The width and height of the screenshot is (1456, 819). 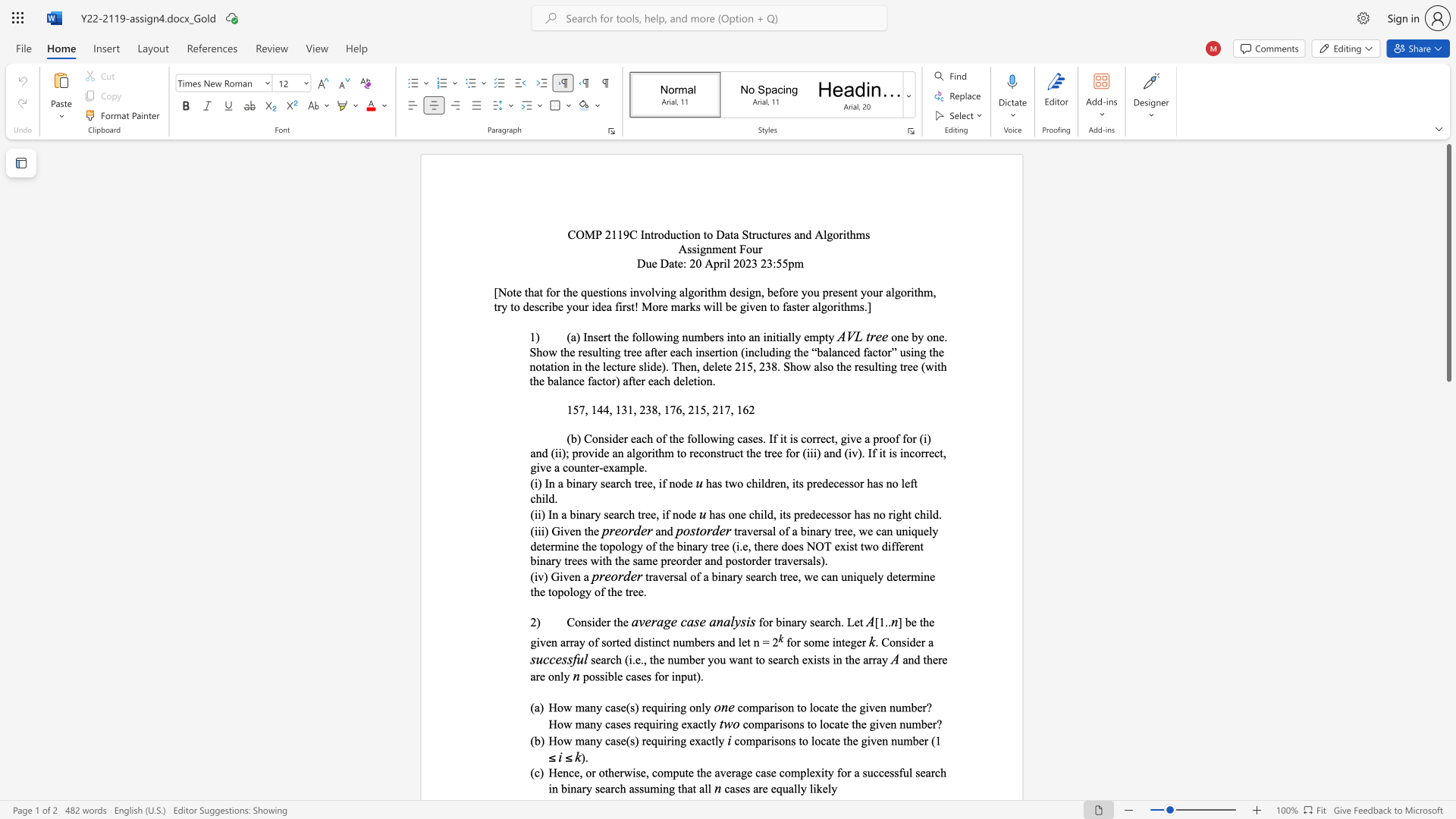 I want to click on the vertical scrollbar to lower the page content, so click(x=1448, y=529).